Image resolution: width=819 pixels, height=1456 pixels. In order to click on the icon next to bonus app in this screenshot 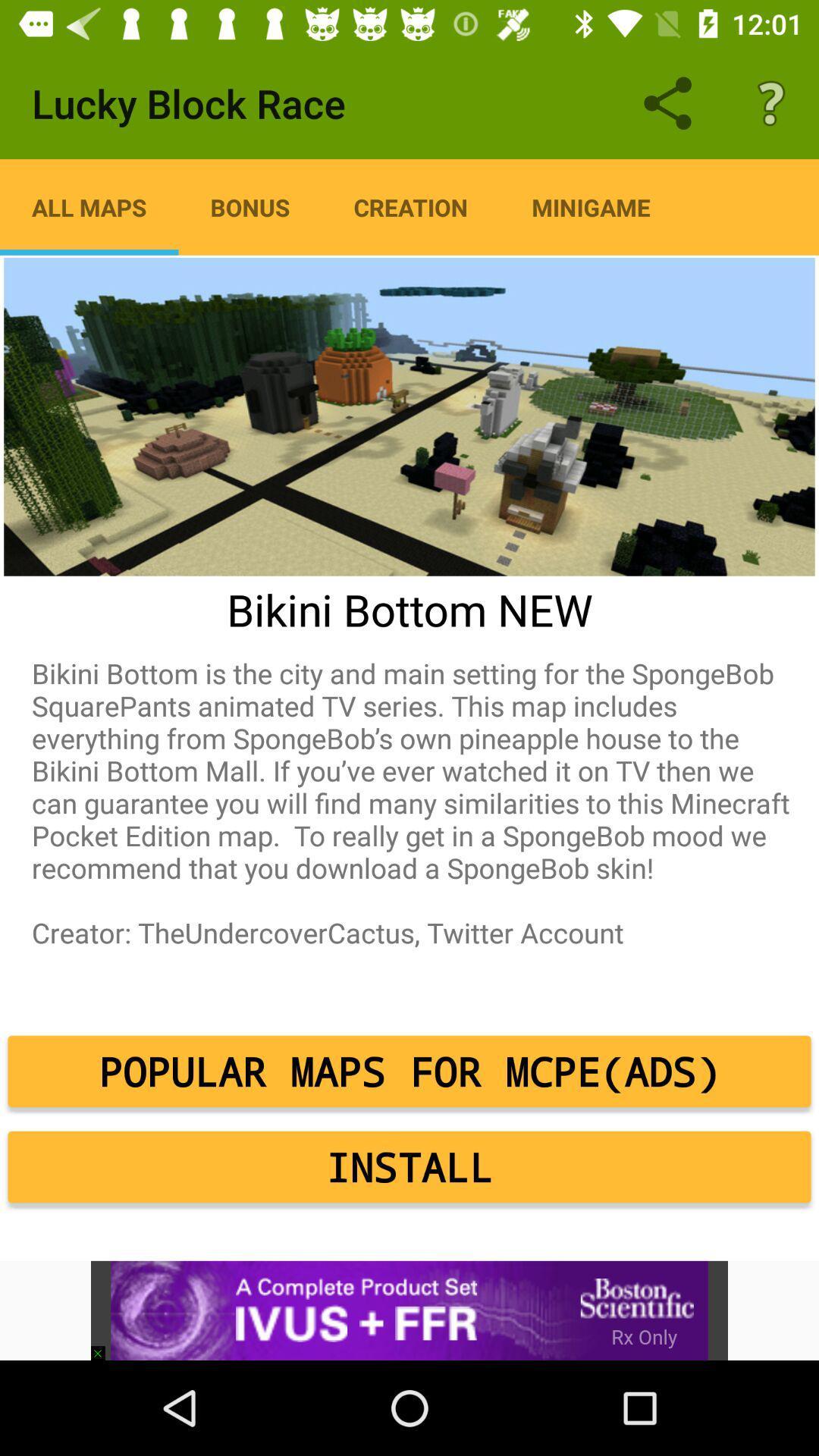, I will do `click(89, 206)`.